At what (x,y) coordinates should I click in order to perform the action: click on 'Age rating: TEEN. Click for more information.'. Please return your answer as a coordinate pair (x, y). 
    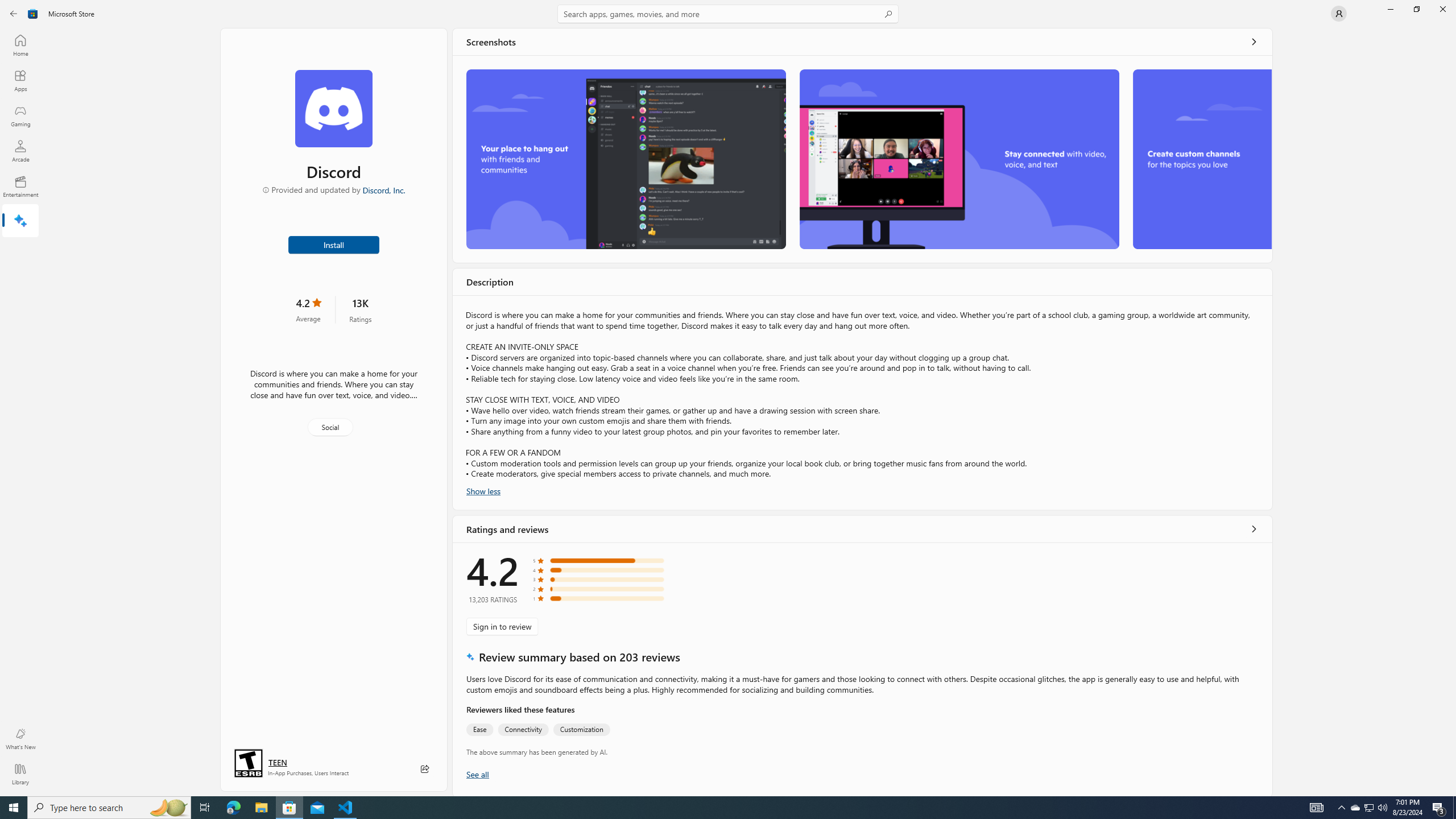
    Looking at the image, I should click on (276, 762).